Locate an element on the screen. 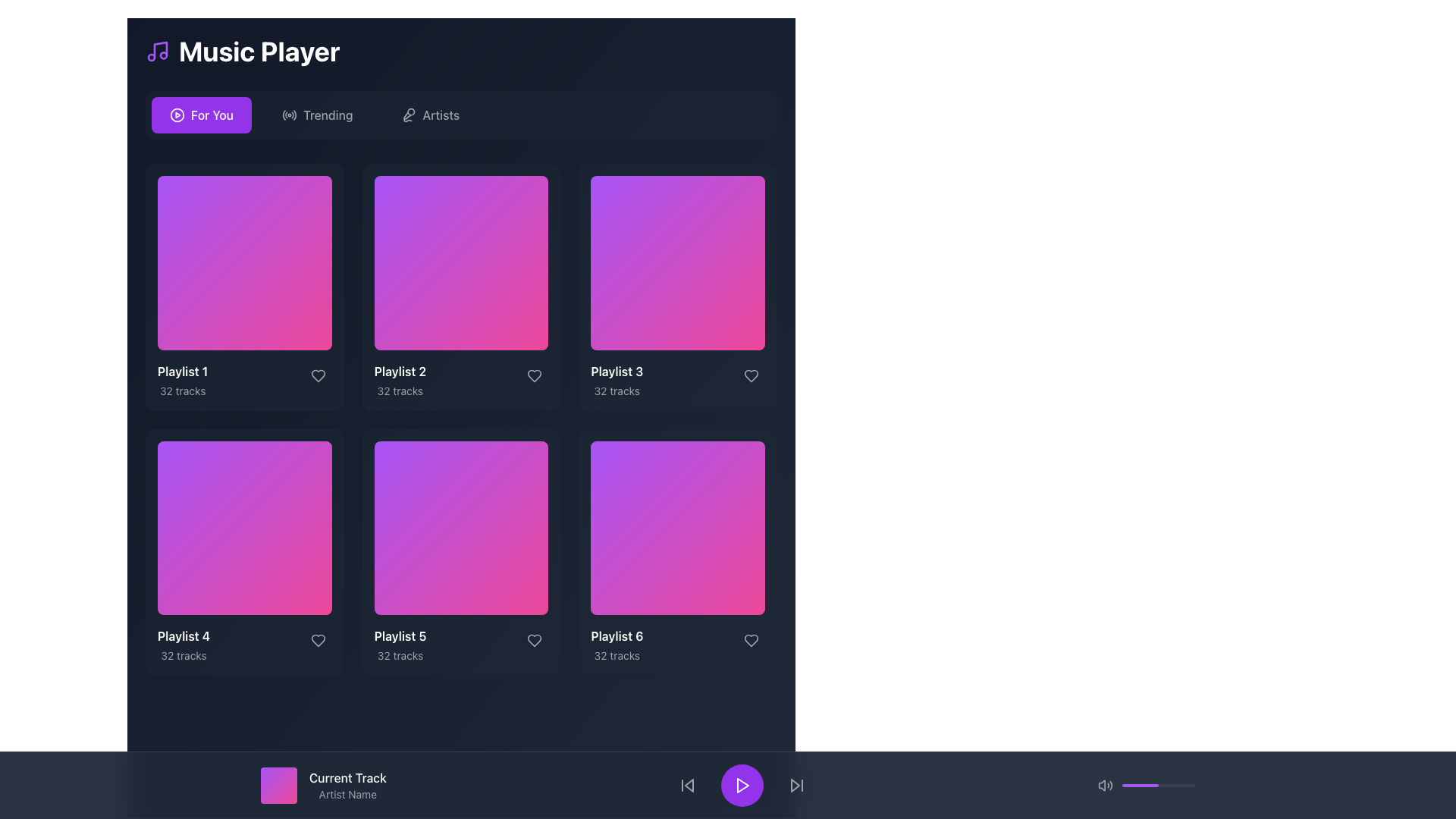  the text label displaying 'Playlist 3' is located at coordinates (617, 371).